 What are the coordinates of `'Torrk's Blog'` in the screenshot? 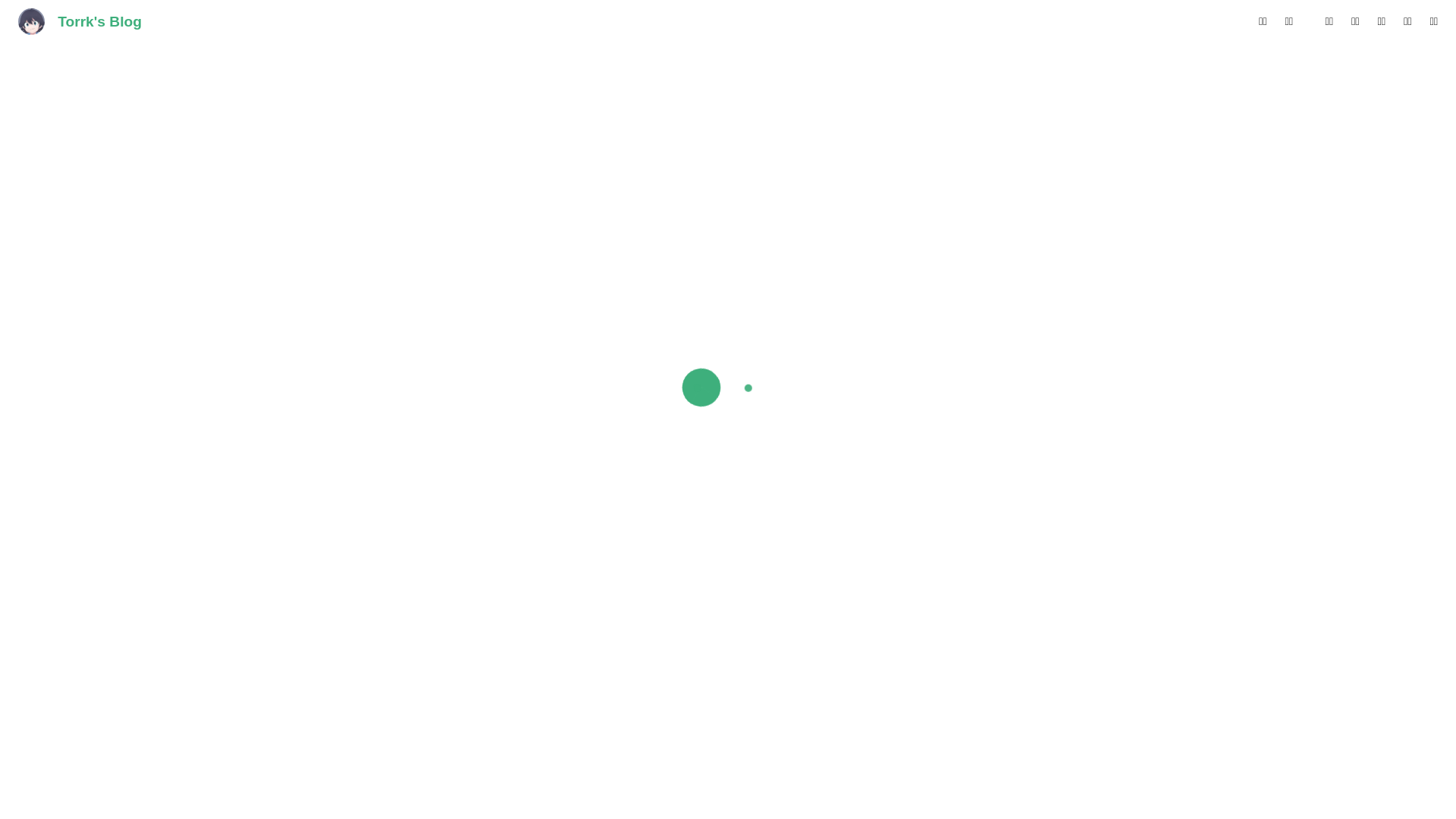 It's located at (79, 22).